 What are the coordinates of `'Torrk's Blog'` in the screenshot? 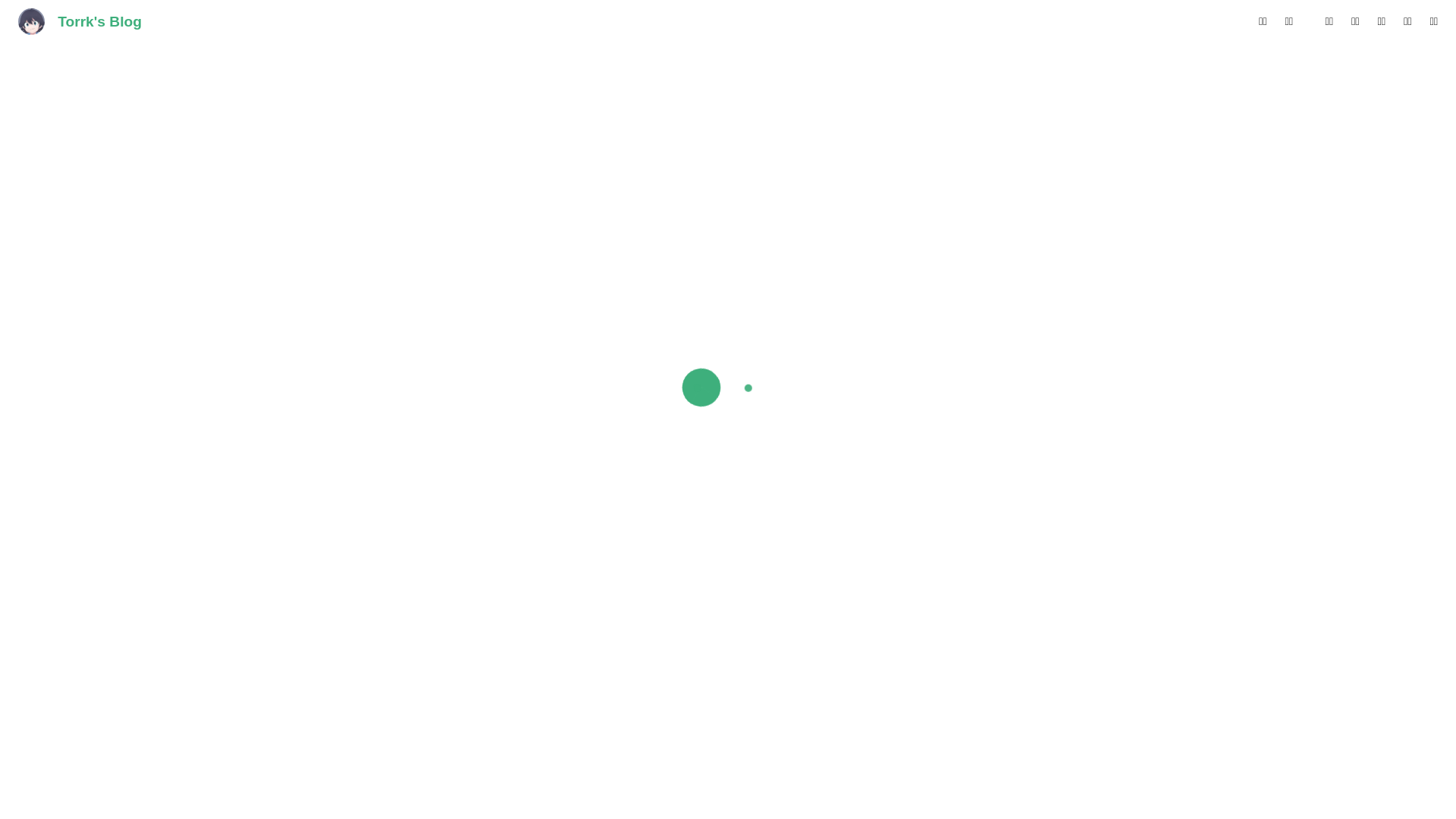 It's located at (79, 22).